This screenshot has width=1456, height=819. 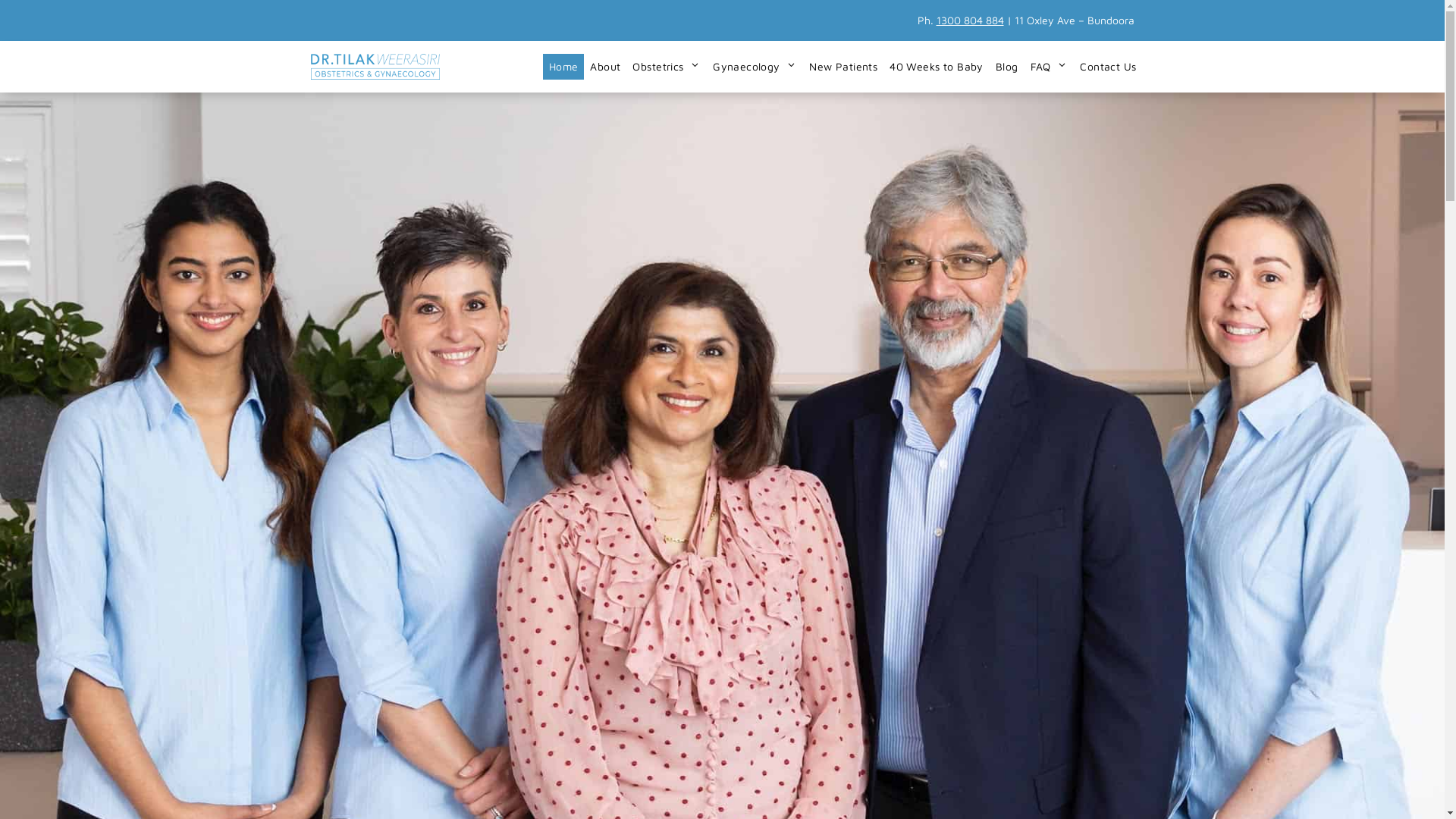 I want to click on 'FAQ', so click(x=1048, y=65).